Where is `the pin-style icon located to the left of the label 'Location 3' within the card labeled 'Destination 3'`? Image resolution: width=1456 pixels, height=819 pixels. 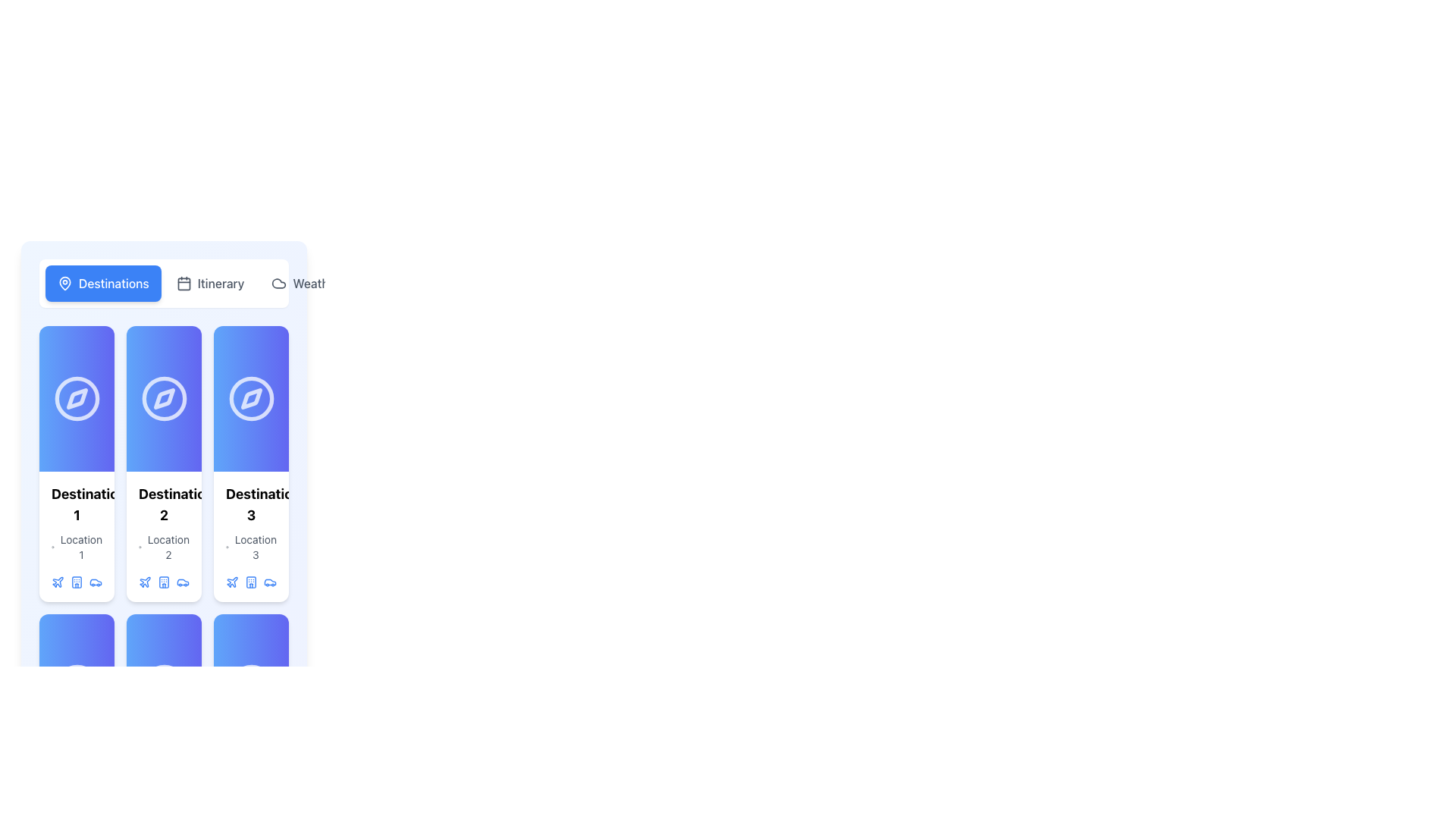 the pin-style icon located to the left of the label 'Location 3' within the card labeled 'Destination 3' is located at coordinates (226, 547).